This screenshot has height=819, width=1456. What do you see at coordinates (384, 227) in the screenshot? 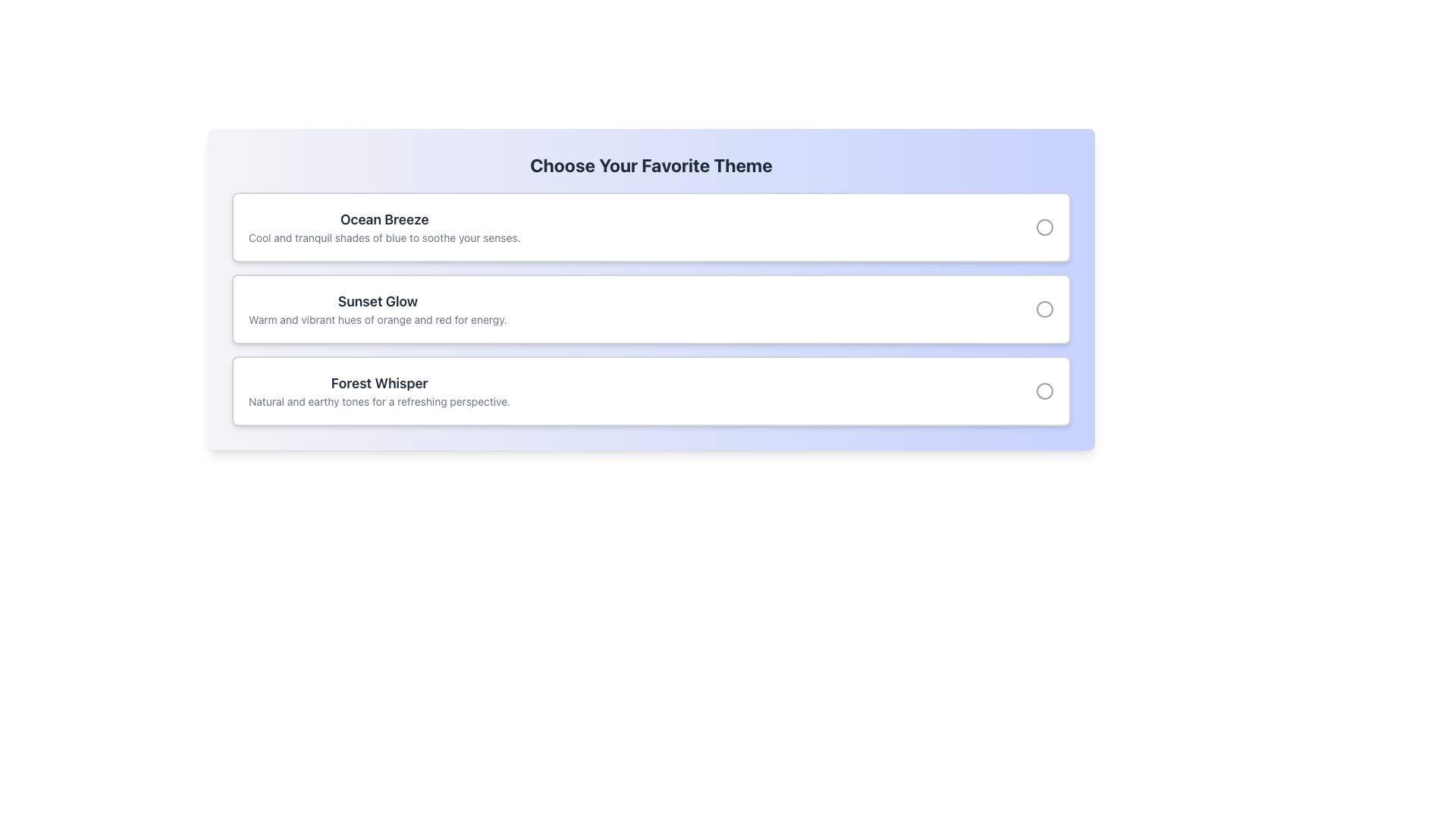
I see `textual content of the descriptive block of text representing the 'Ocean Breeze' theme option, which is located at the top of the vertically aligned list of options within an interactive card element` at bounding box center [384, 227].